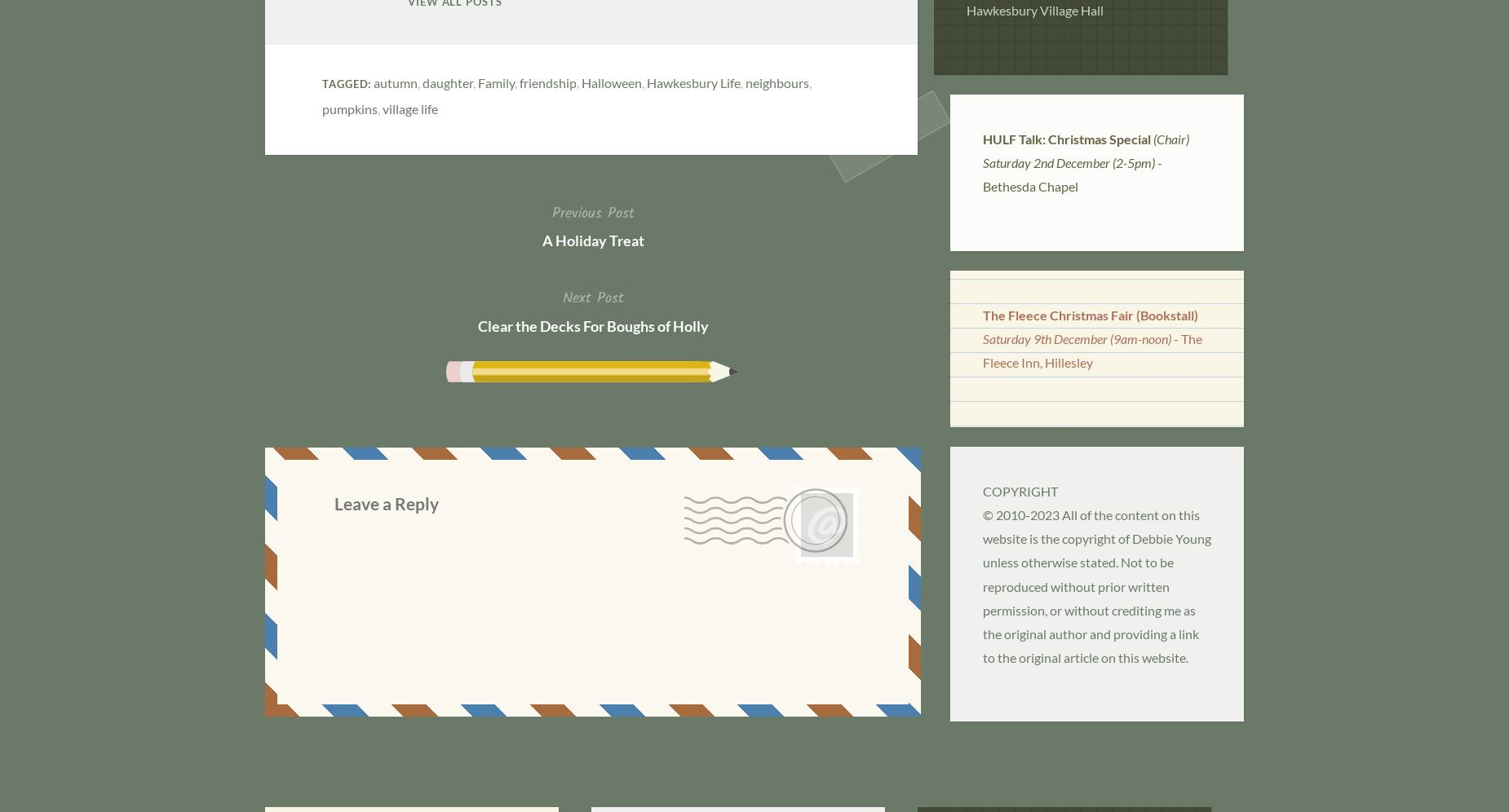 Image resolution: width=1509 pixels, height=812 pixels. I want to click on 'HULF Talk: Christmas Special', so click(1065, 138).